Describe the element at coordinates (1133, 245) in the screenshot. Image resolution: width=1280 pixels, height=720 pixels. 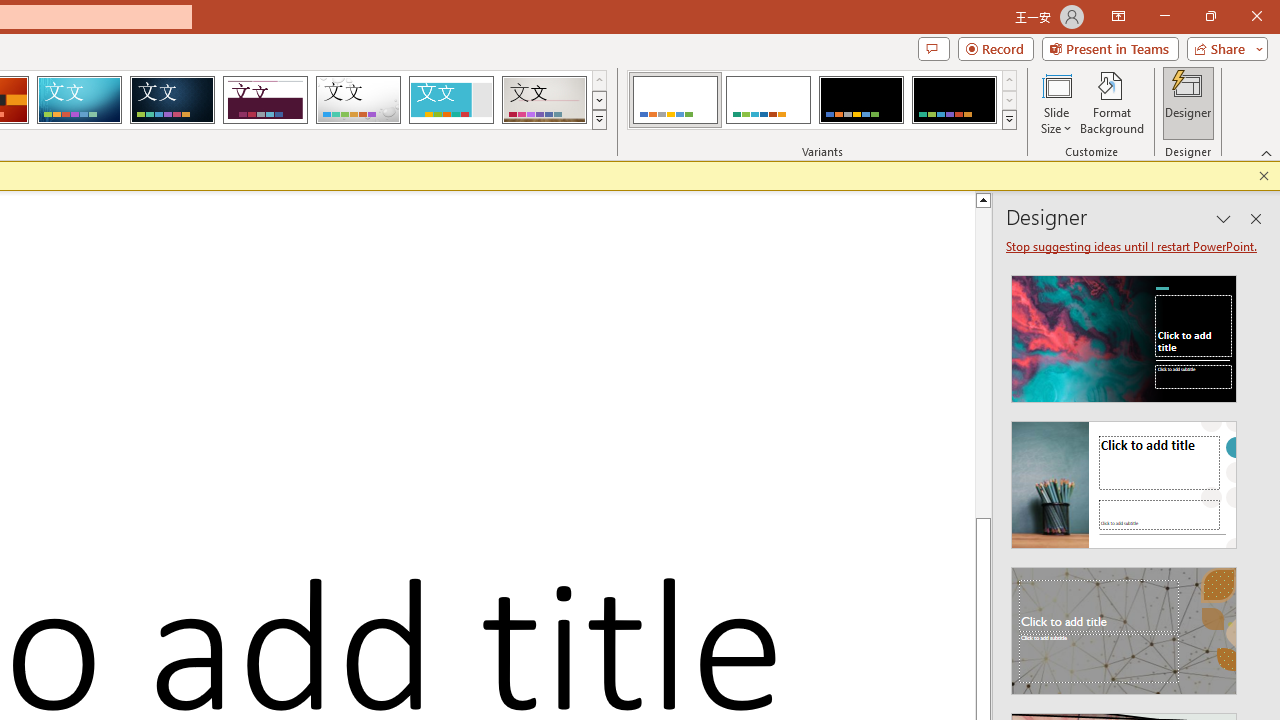
I see `'Turn off Designer for this session.'` at that location.